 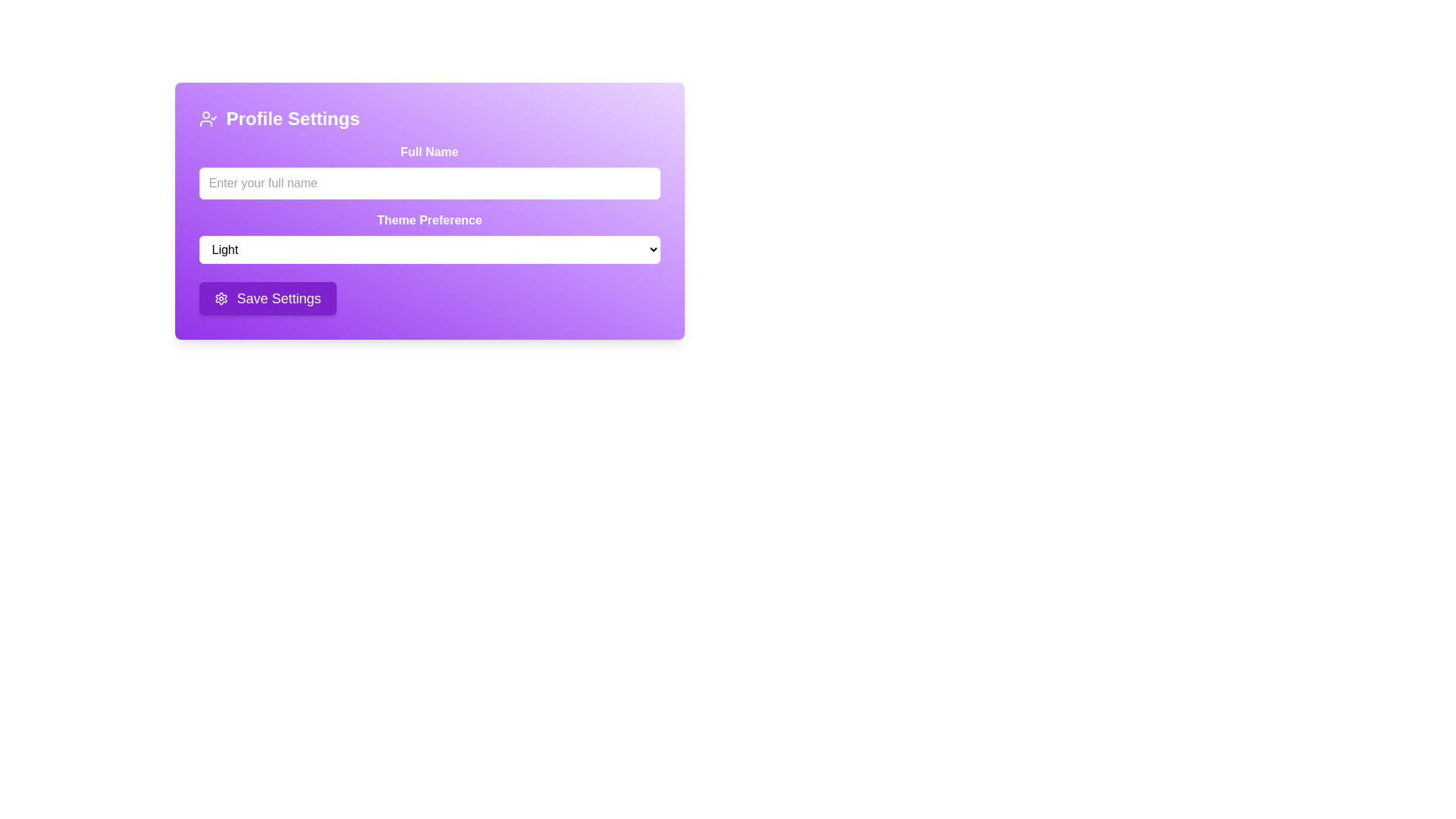 What do you see at coordinates (293, 118) in the screenshot?
I see `the 'Profile Settings' text label, which is a large, bold label with white font on a violet gradient background, located in the header section of the panel` at bounding box center [293, 118].